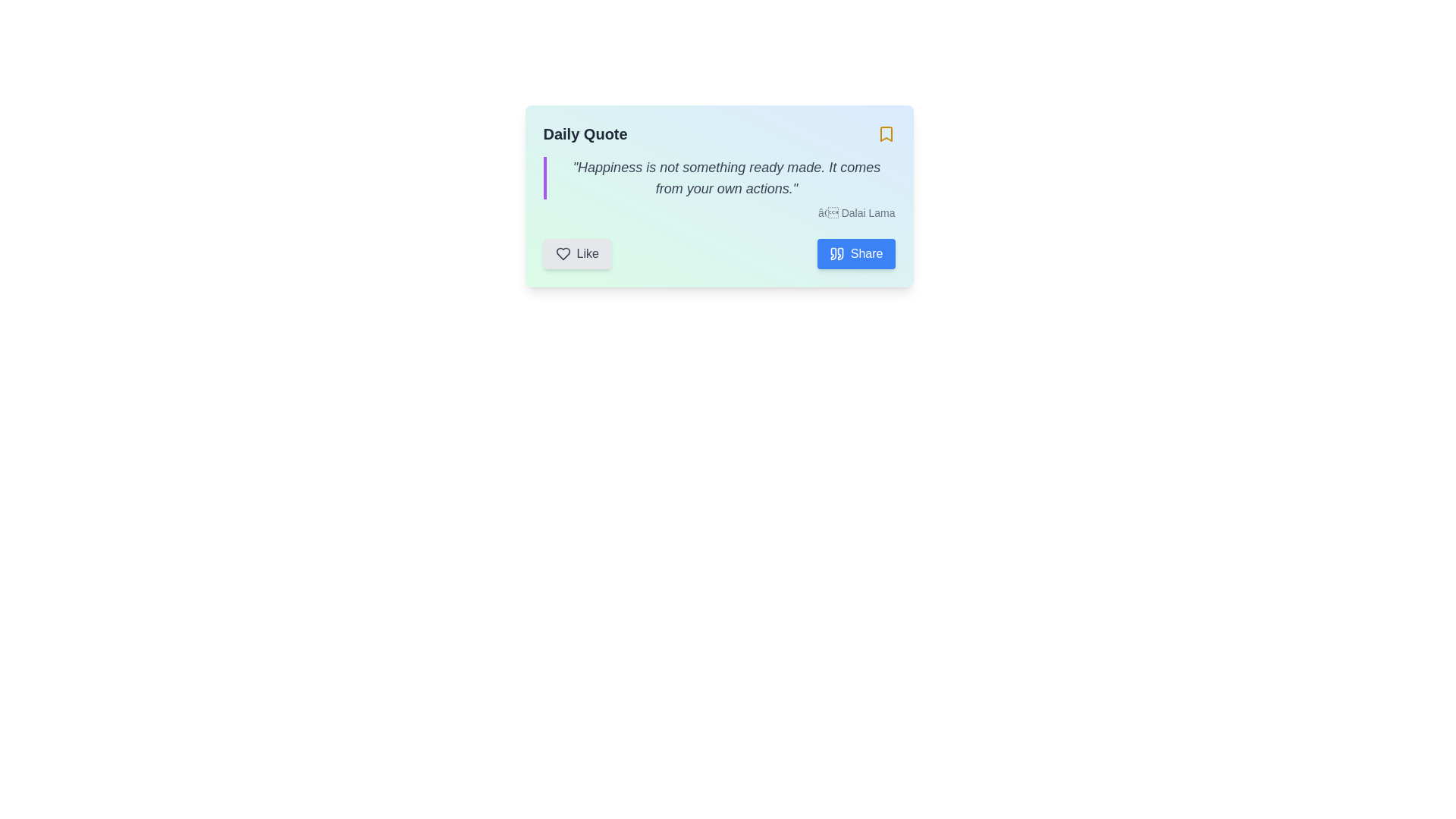 Image resolution: width=1456 pixels, height=819 pixels. I want to click on the text label within the button that indicates the liking action, located to the right of a heart icon at the bottom-left corner of the quote card, so click(587, 253).